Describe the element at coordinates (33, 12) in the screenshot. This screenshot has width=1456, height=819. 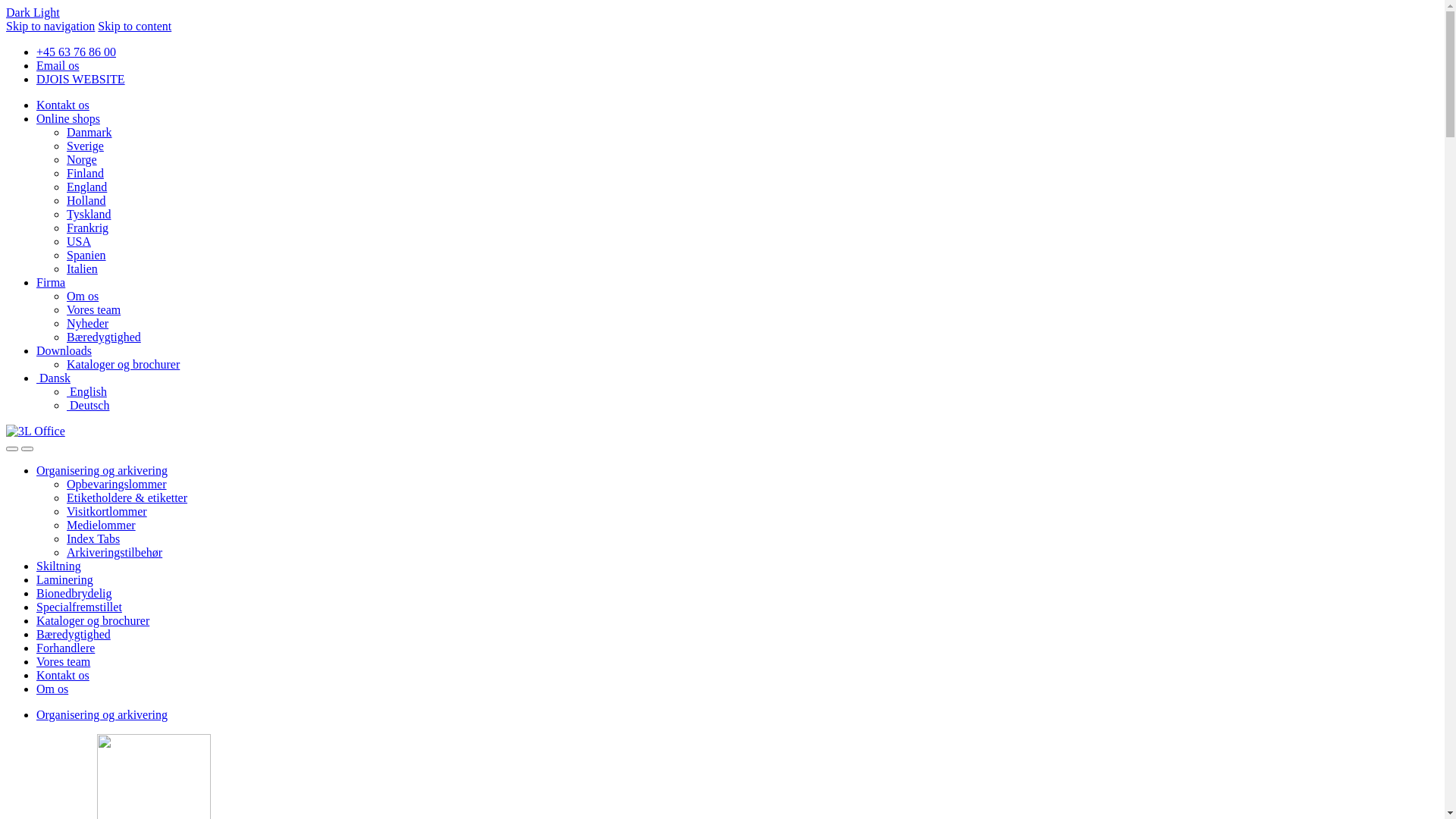
I see `'Light'` at that location.